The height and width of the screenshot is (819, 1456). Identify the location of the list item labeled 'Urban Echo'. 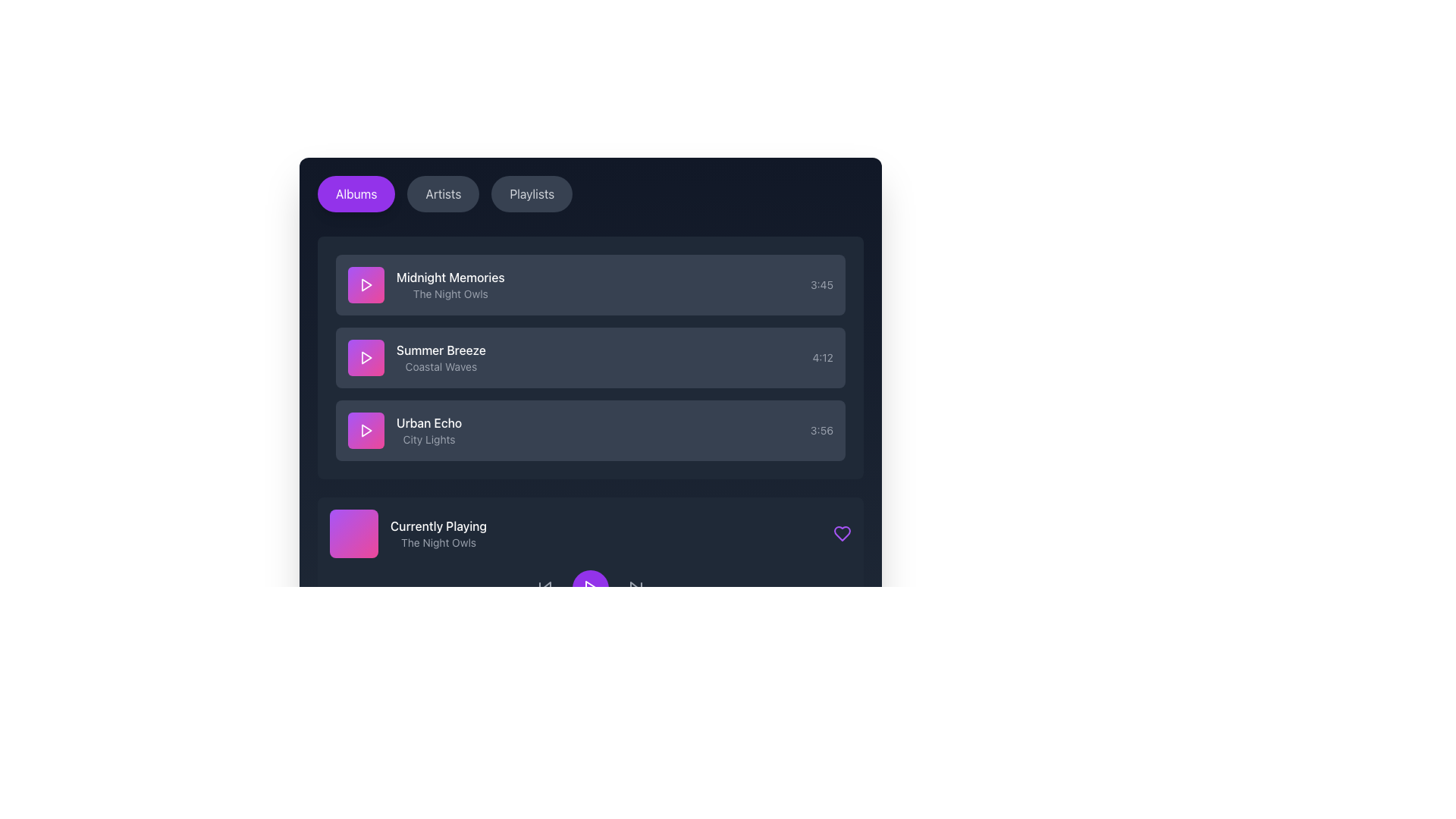
(589, 430).